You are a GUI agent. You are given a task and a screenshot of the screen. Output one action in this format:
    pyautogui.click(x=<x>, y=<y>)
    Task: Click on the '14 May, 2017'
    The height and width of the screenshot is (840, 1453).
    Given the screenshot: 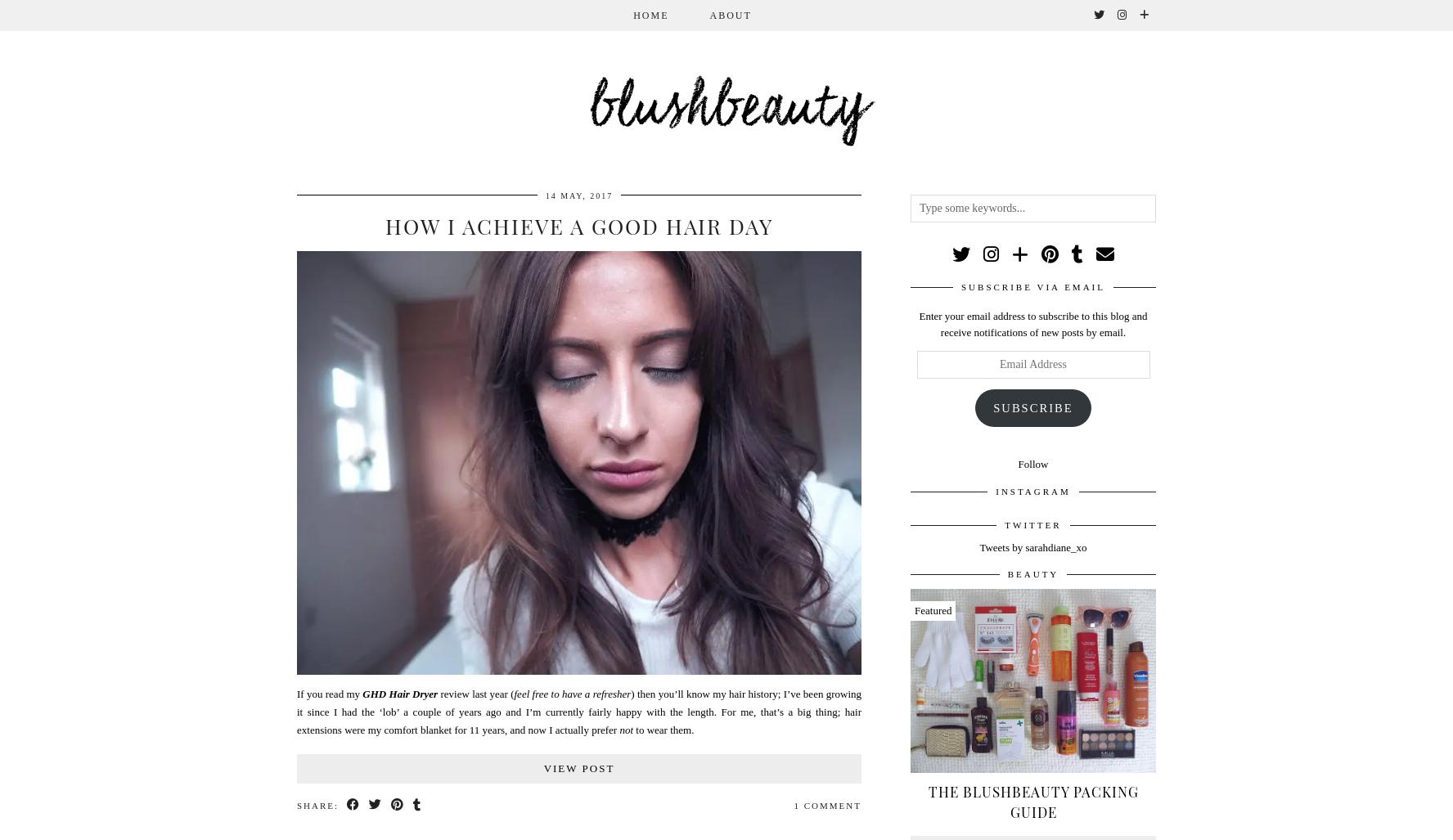 What is the action you would take?
    pyautogui.click(x=544, y=195)
    